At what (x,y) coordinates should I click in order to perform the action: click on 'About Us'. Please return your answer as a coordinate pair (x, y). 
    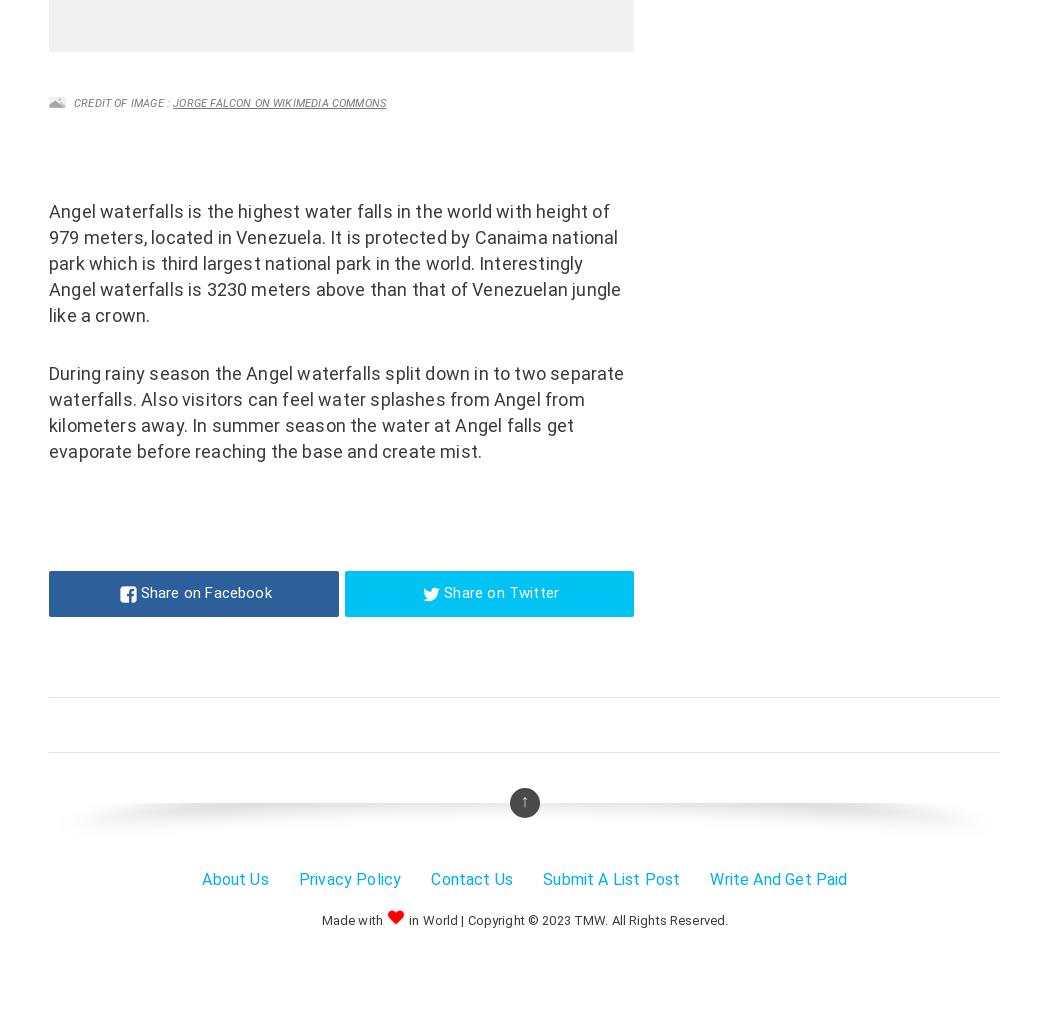
    Looking at the image, I should click on (234, 878).